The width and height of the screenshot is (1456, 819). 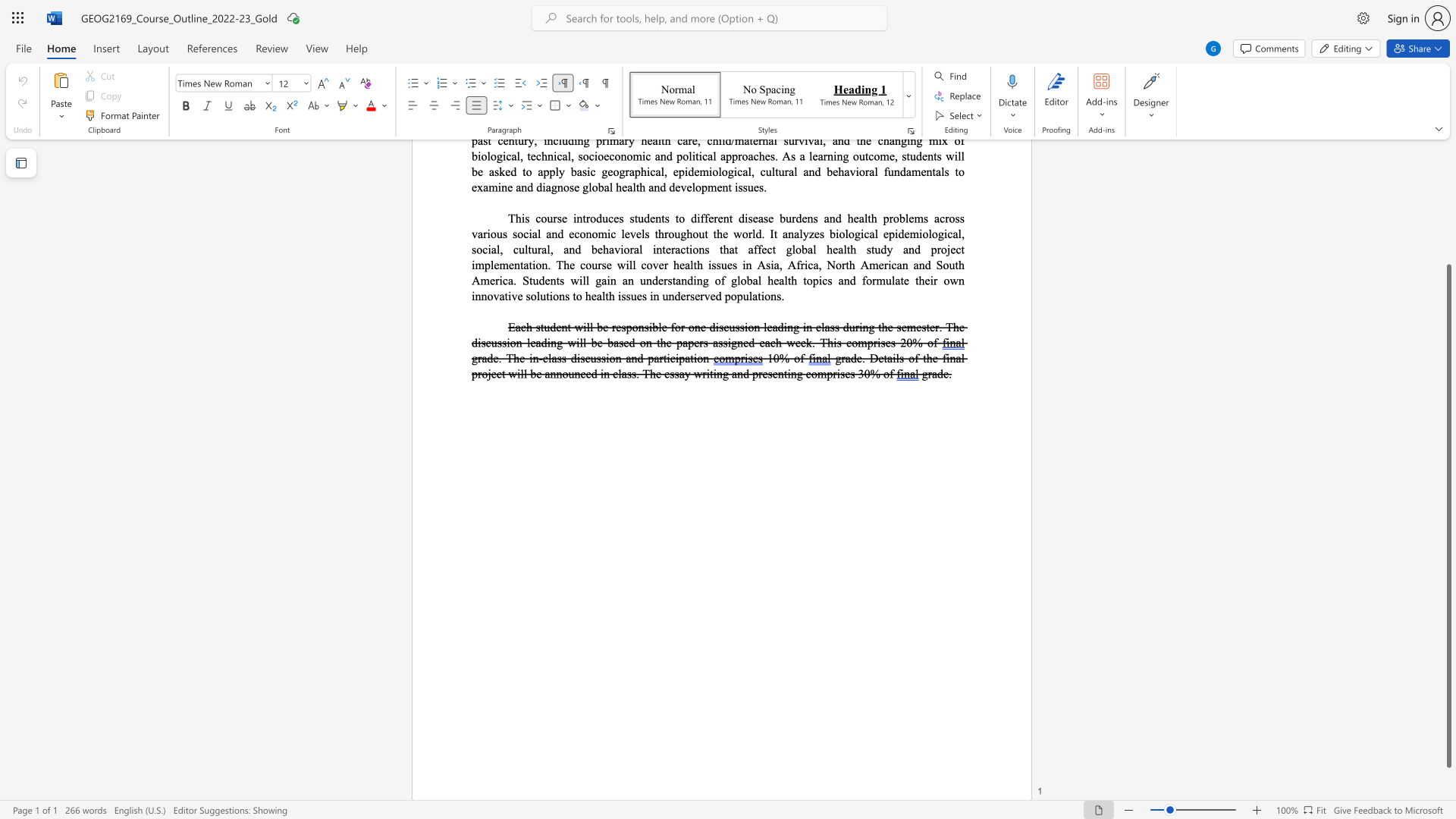 I want to click on the scrollbar to scroll the page up, so click(x=1448, y=212).